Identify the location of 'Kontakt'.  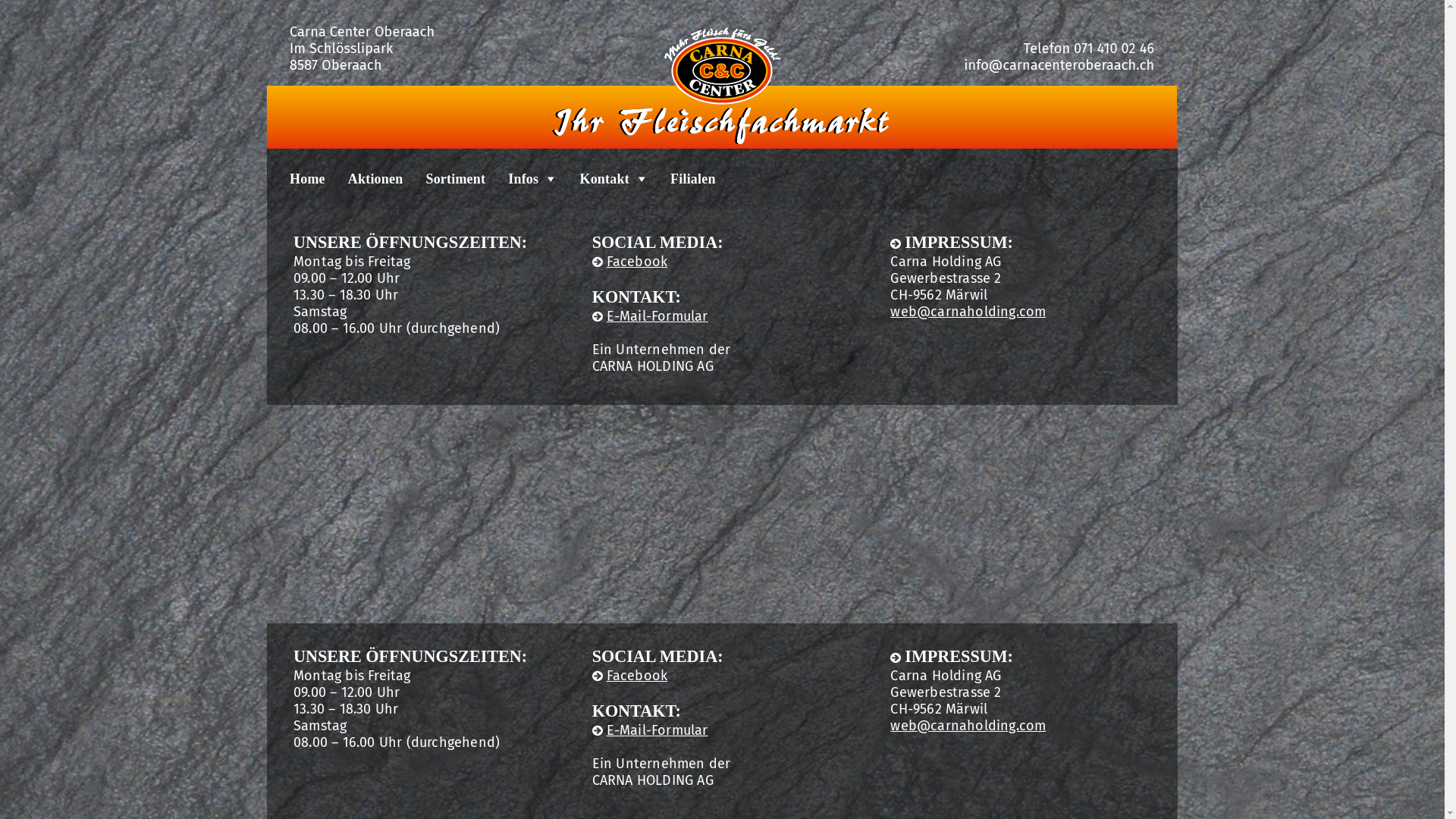
(601, 177).